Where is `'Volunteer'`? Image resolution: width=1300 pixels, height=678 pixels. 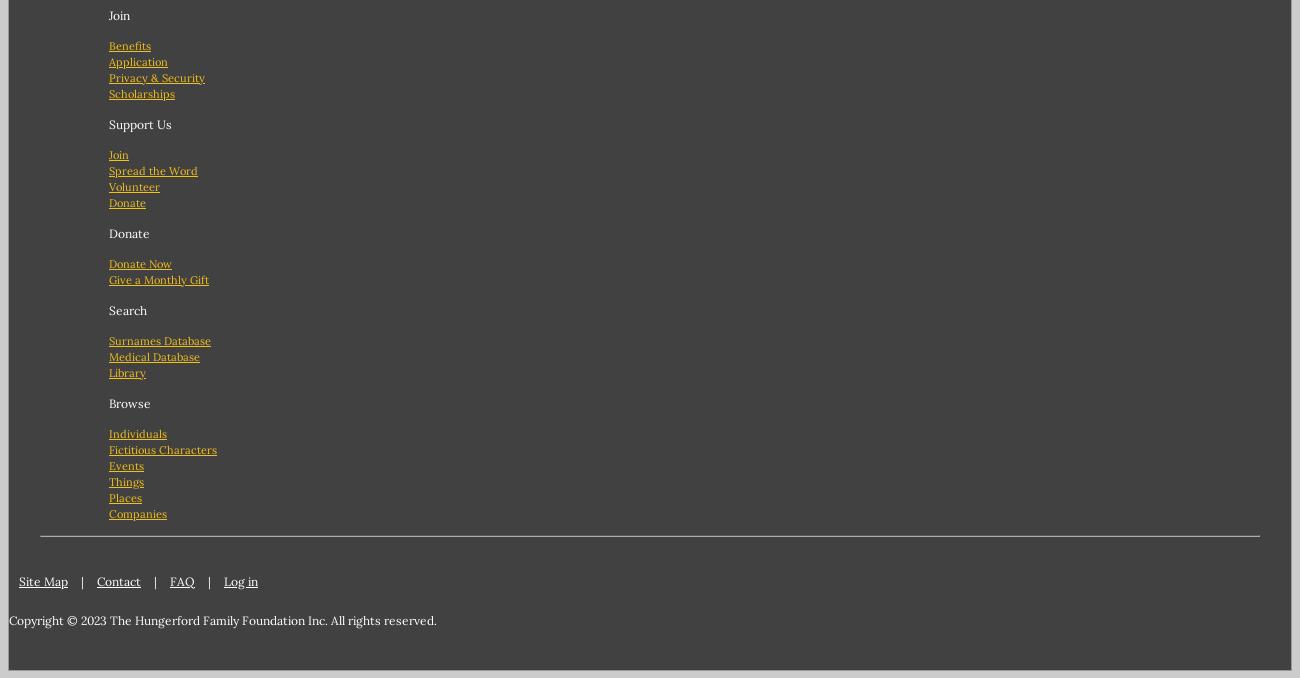
'Volunteer' is located at coordinates (133, 185).